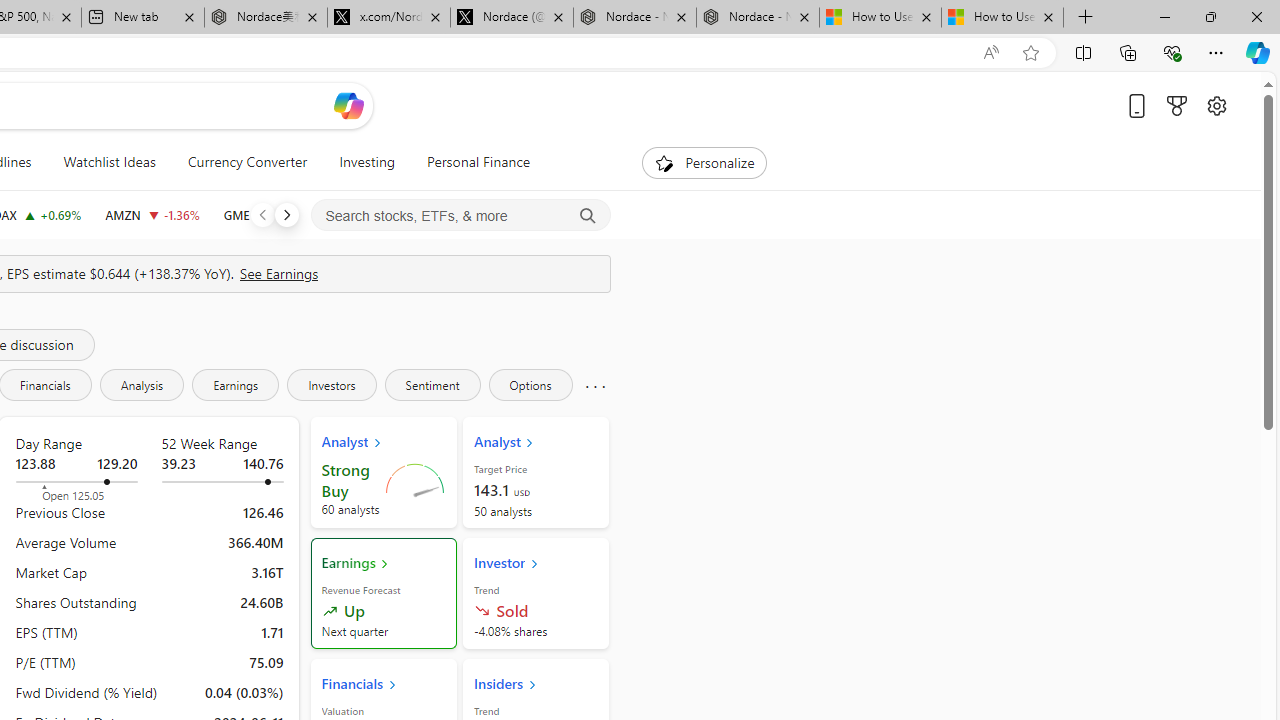 This screenshot has height=720, width=1280. What do you see at coordinates (332, 384) in the screenshot?
I see `'Investors'` at bounding box center [332, 384].